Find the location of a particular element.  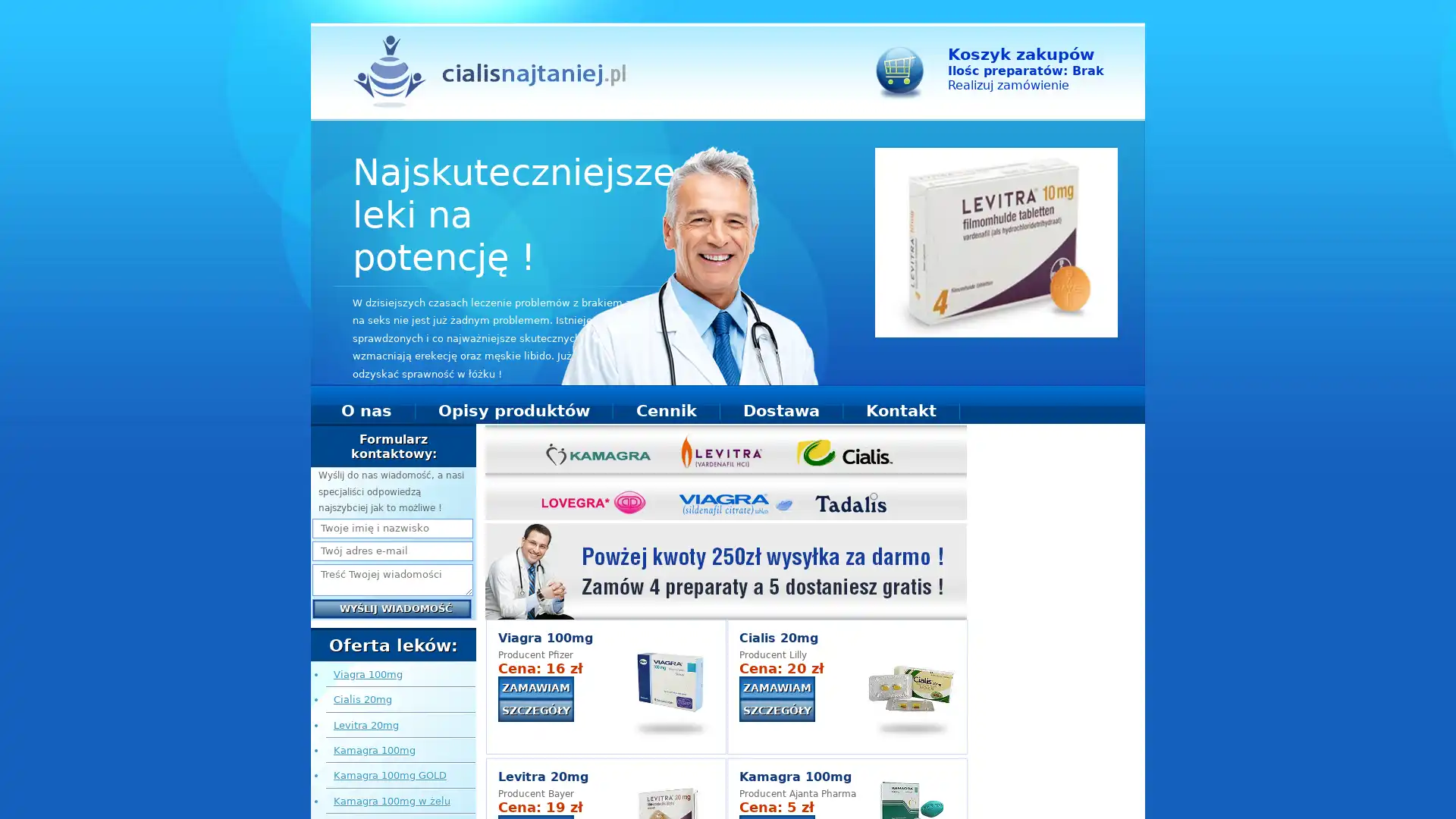

Wyslij wiadomosc is located at coordinates (392, 607).